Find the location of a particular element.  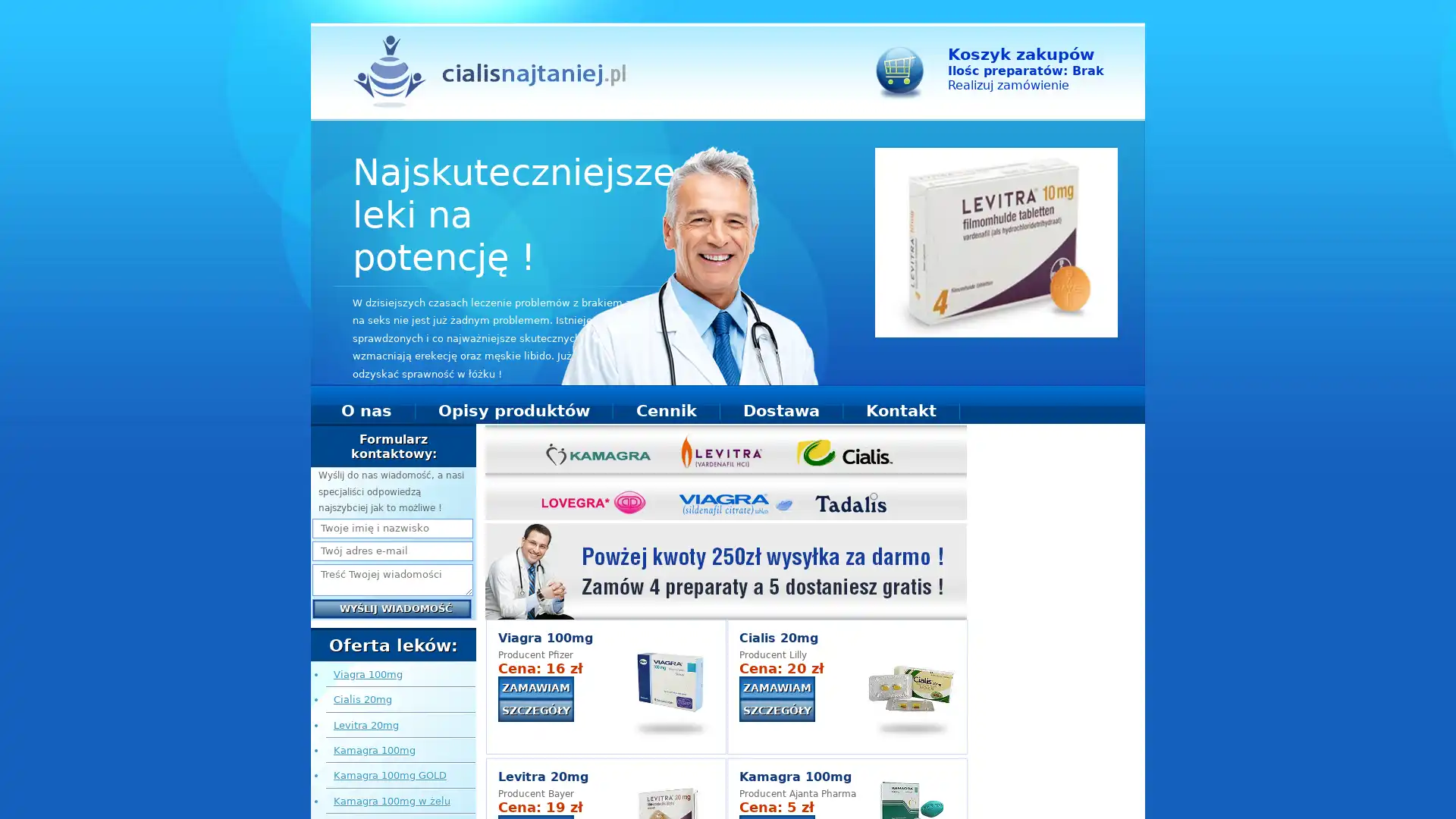

Wyslij wiadomosc is located at coordinates (392, 607).